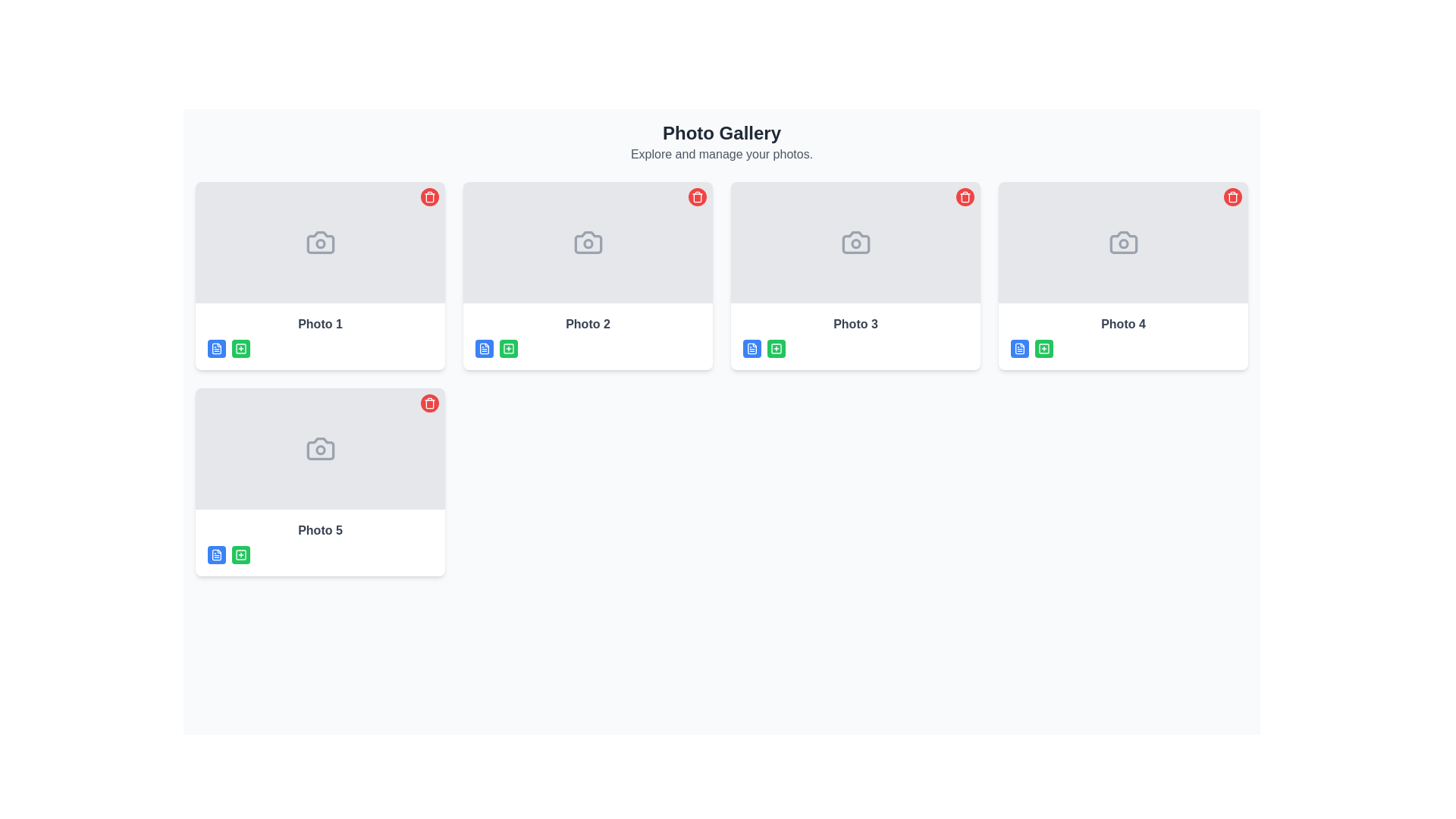 The width and height of the screenshot is (1456, 819). What do you see at coordinates (240, 348) in the screenshot?
I see `the green square button with a plus symbol located below the thumbnail image labeled 'Photo 1'` at bounding box center [240, 348].